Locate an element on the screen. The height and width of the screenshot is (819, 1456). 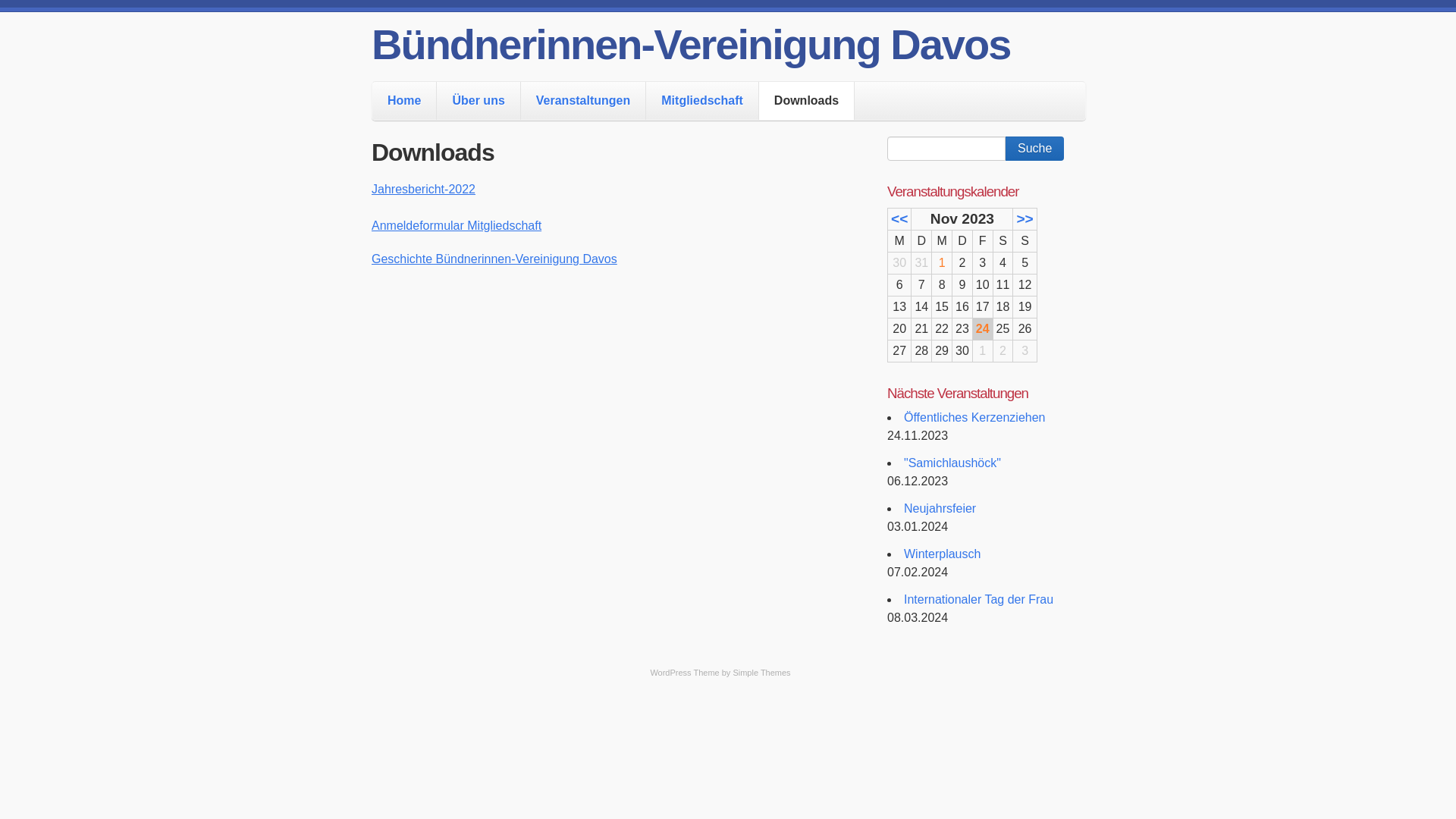
'Veranstaltungen' is located at coordinates (582, 100).